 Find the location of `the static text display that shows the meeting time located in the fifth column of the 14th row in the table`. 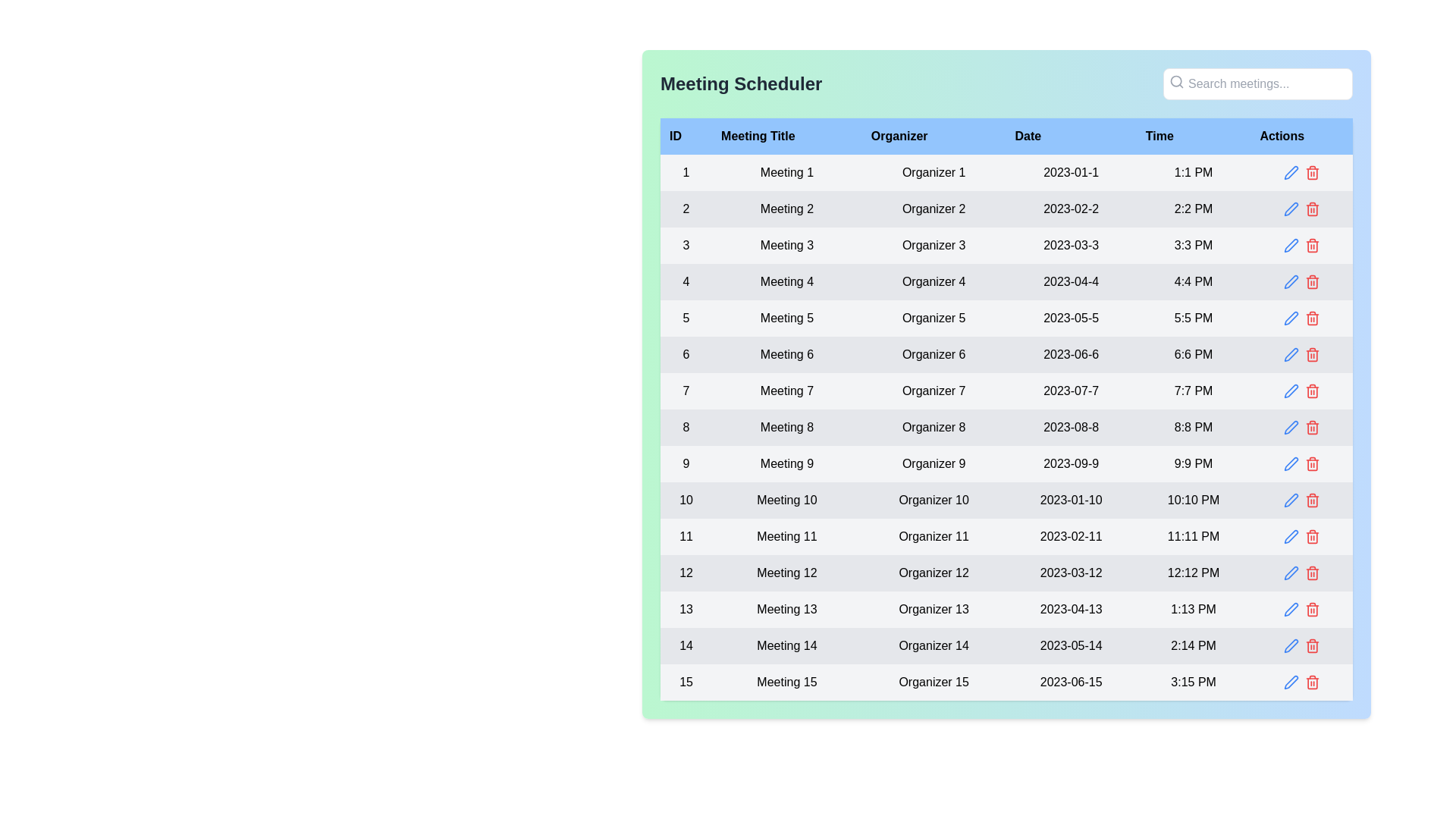

the static text display that shows the meeting time located in the fifth column of the 14th row in the table is located at coordinates (1193, 646).